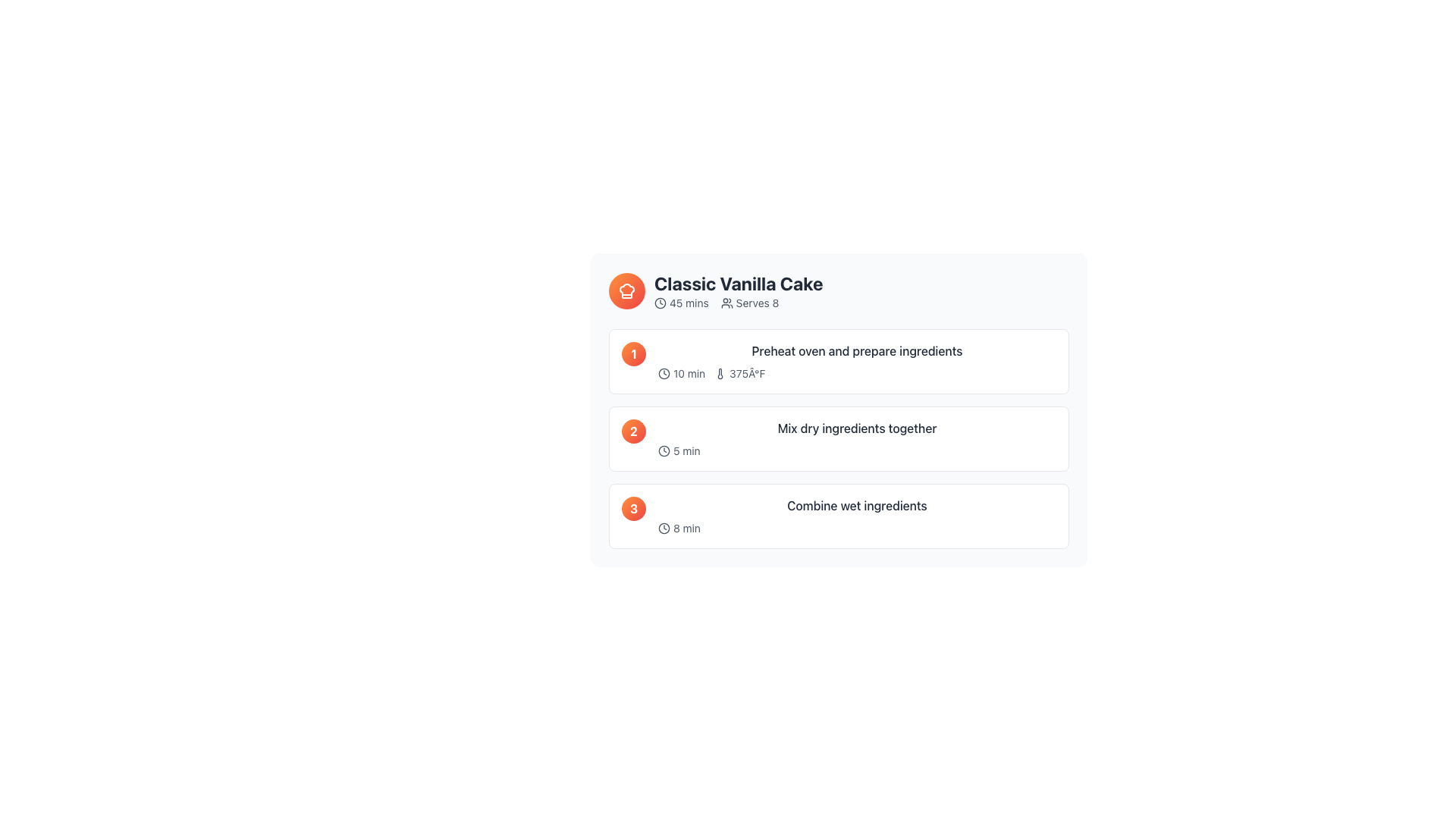 Image resolution: width=1456 pixels, height=819 pixels. What do you see at coordinates (626, 291) in the screenshot?
I see `the icon representing the recipe card for 'Classic Vanilla Cake', which is located in the header section of the card layout` at bounding box center [626, 291].